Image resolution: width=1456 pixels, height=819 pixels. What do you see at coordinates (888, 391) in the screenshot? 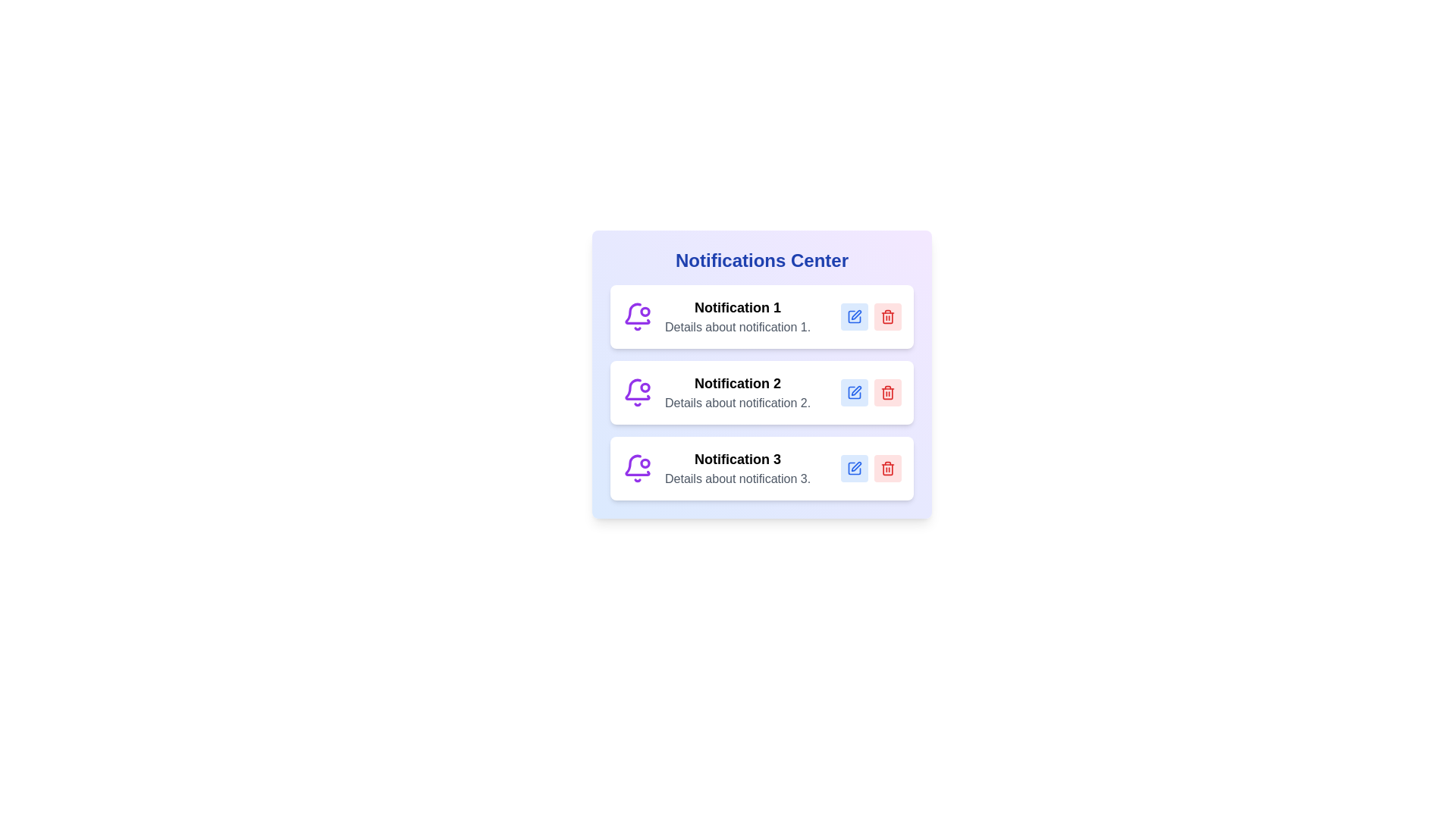
I see `the delete icon located as the rightmost icon in the action button group of the second notification card` at bounding box center [888, 391].